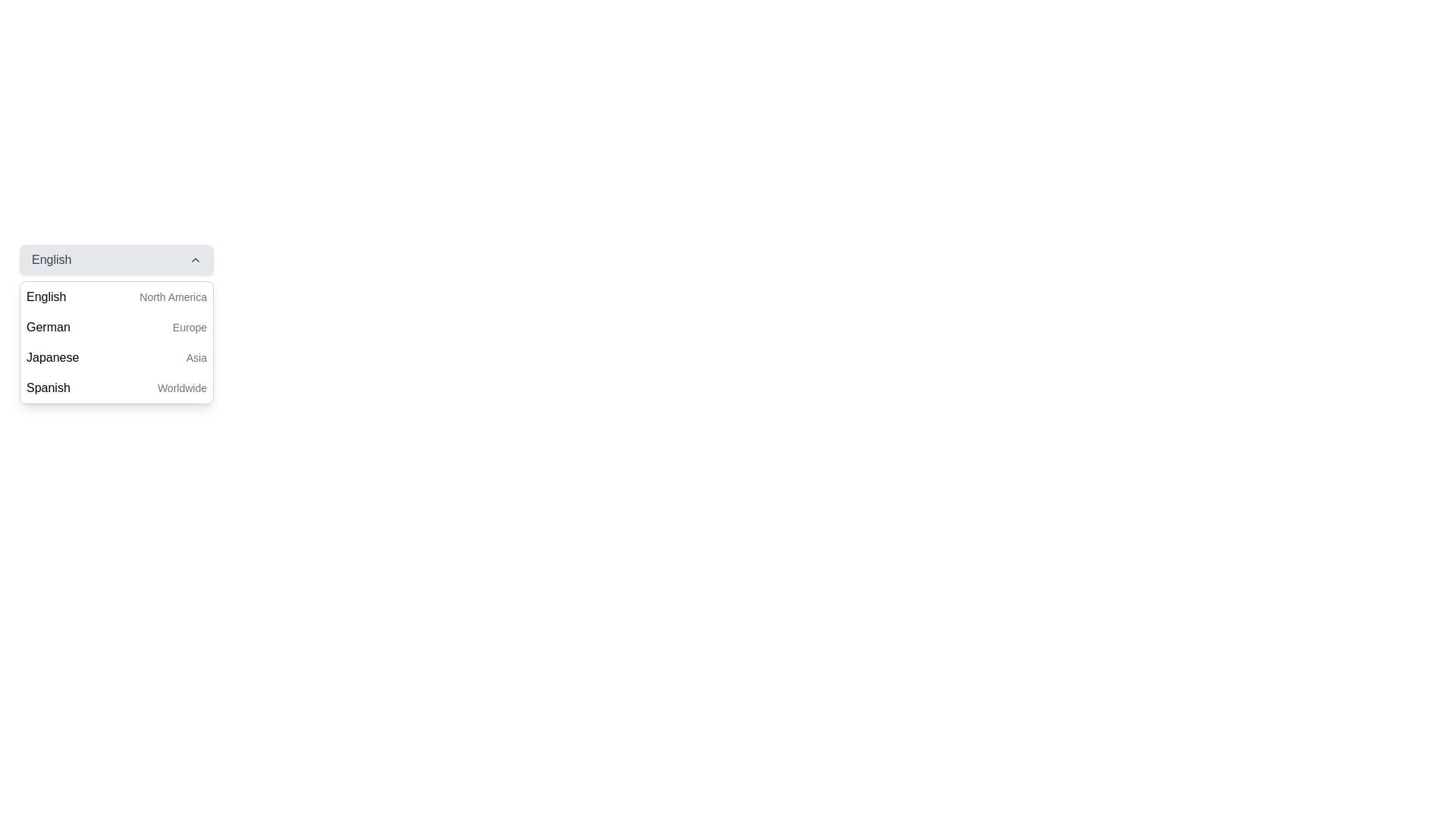  I want to click on the 'Europe' label, which is displayed in a smaller gray font and is located adjacent to the 'German' text in the second row of a dropdown list, so click(189, 327).